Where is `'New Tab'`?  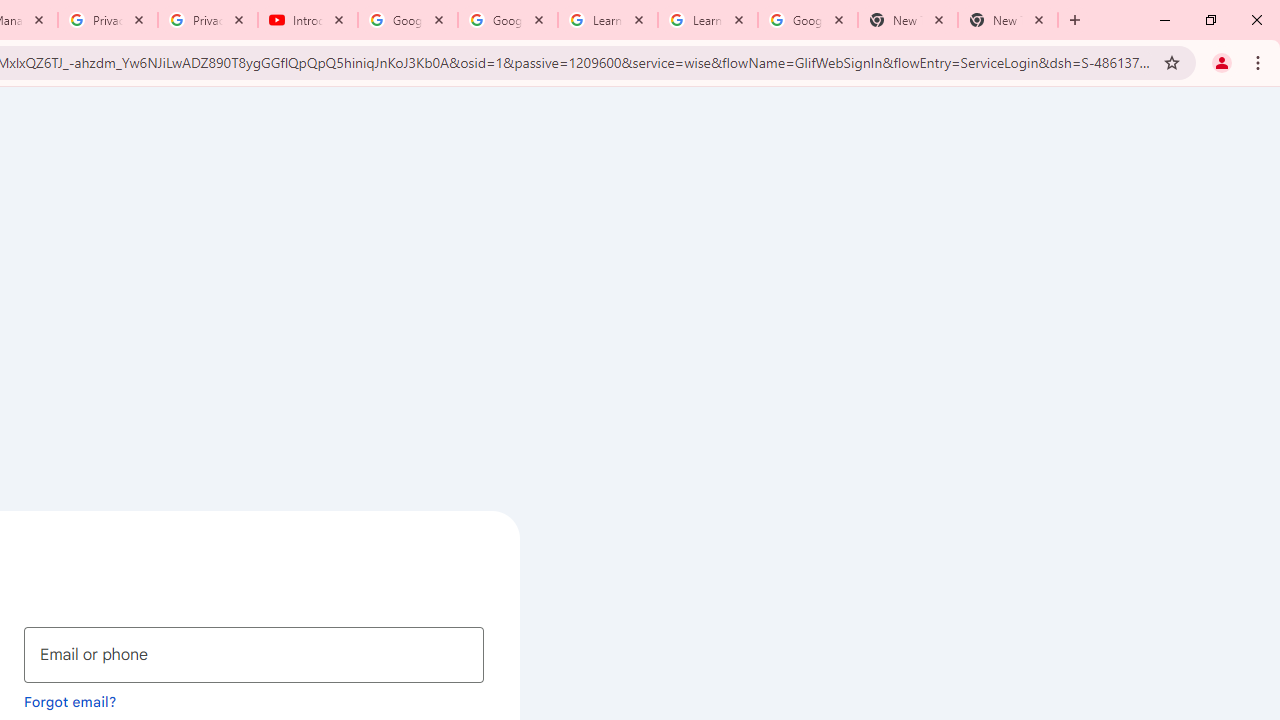 'New Tab' is located at coordinates (1008, 20).